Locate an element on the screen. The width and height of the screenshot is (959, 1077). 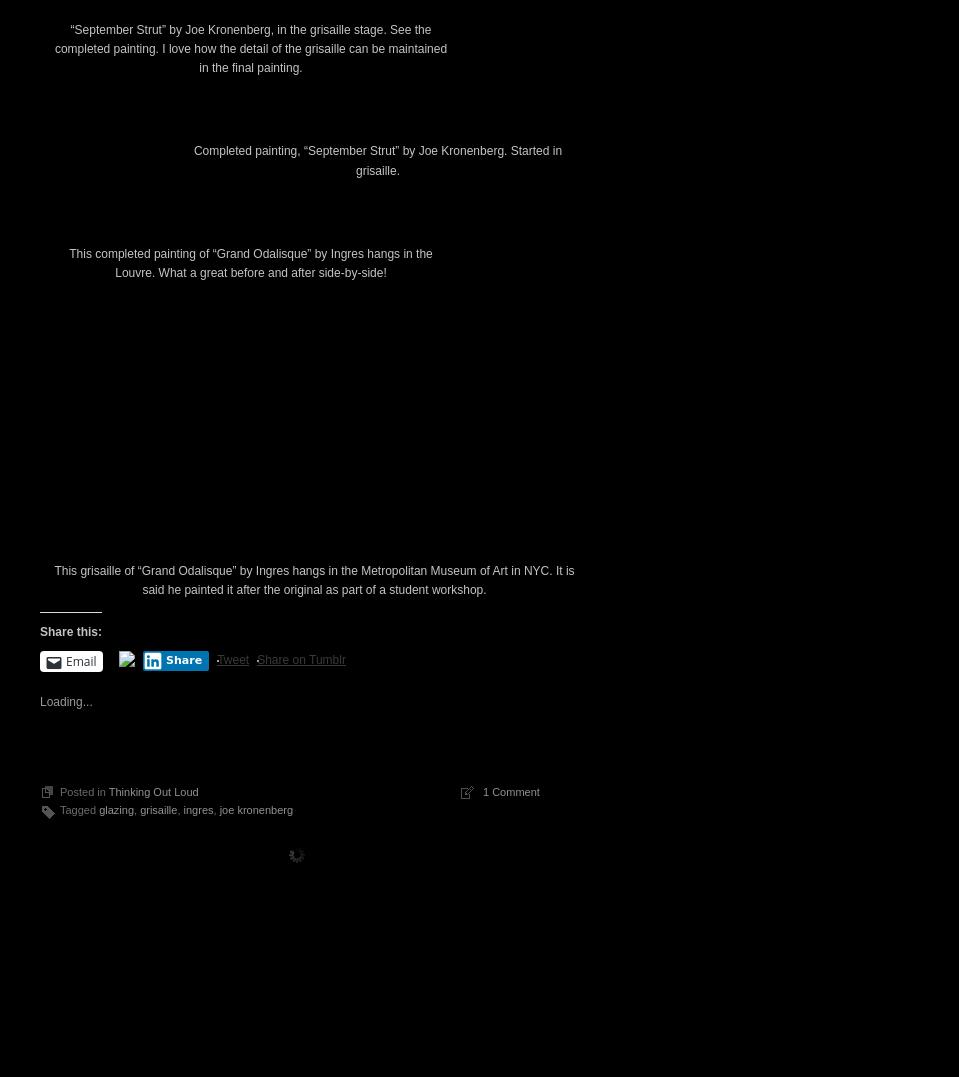
'This grisaille of “Grand Odalisque” by Ingres hangs in the Metropolitan Museum of Art in NYC. It is said he painted it after the original as part of a student workshop.' is located at coordinates (312, 920).